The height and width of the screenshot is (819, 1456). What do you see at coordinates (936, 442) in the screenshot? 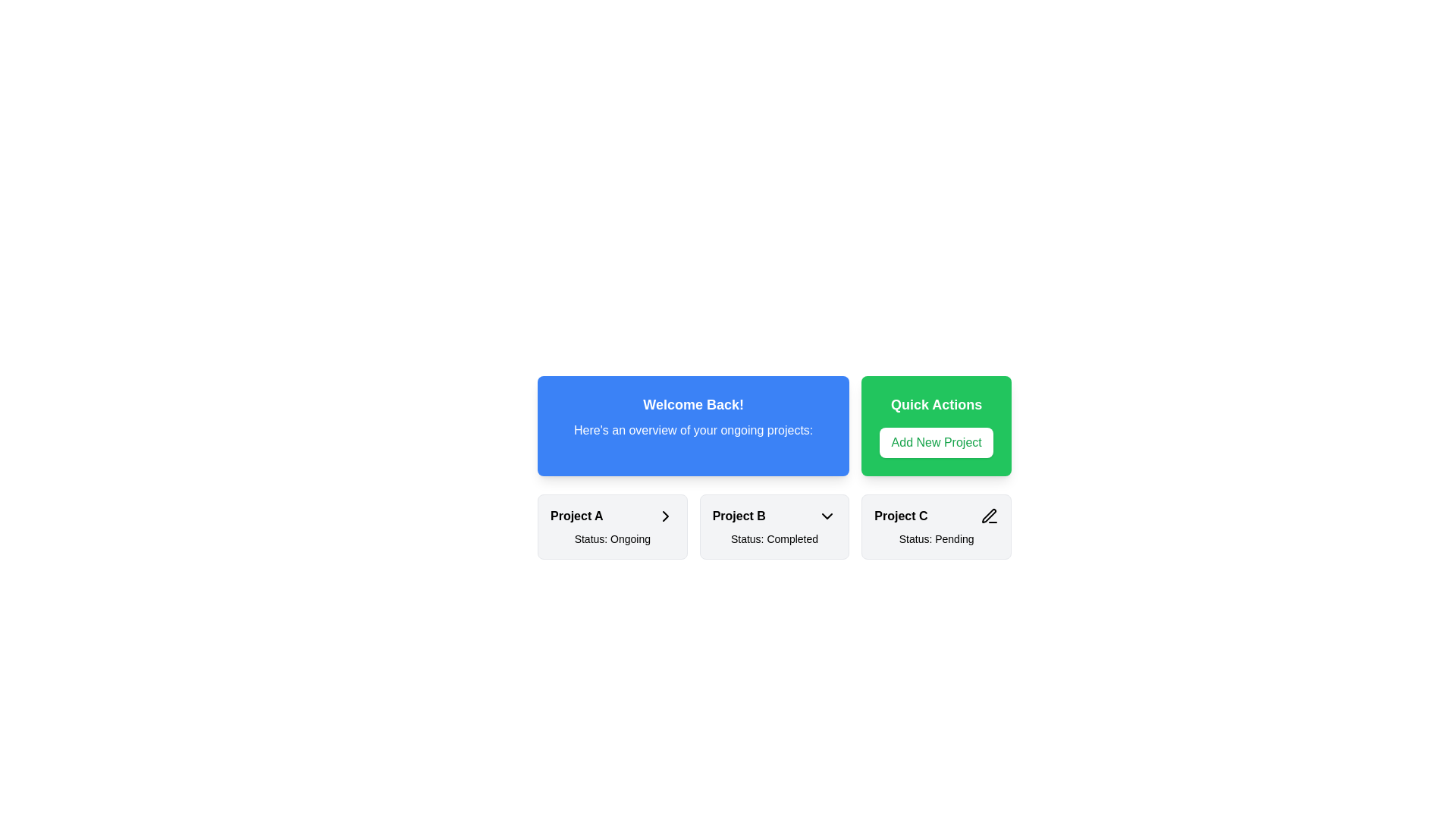
I see `the button located in the lower section of the green-colored card titled 'Quick Actions' to trigger hover effects` at bounding box center [936, 442].